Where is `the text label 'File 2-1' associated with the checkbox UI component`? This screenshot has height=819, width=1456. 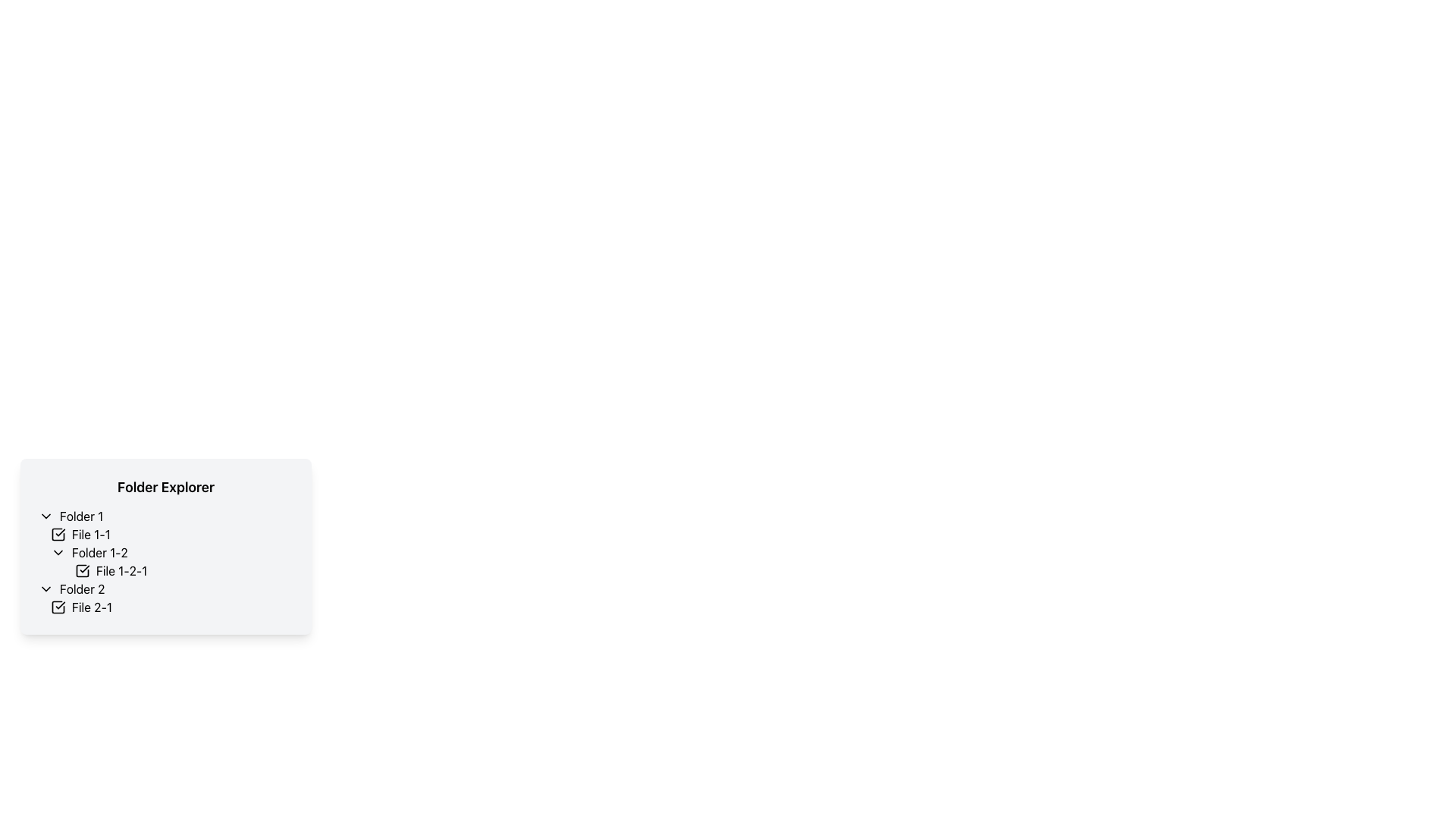
the text label 'File 2-1' associated with the checkbox UI component is located at coordinates (91, 607).